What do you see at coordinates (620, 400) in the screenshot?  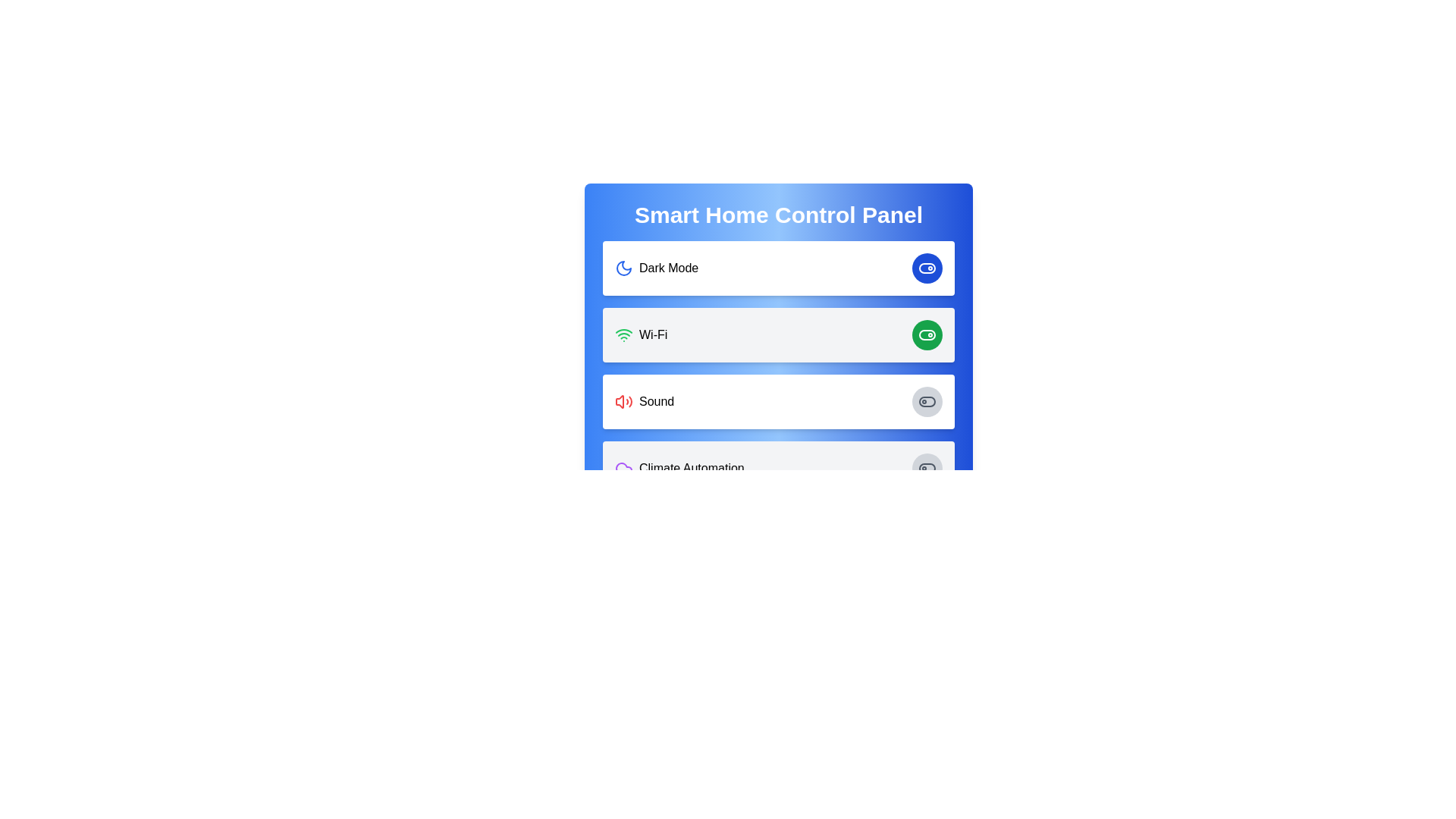 I see `red sound speaker vector graphic element within the Smart Home Control Panel's SVG icon to understand its functionality` at bounding box center [620, 400].